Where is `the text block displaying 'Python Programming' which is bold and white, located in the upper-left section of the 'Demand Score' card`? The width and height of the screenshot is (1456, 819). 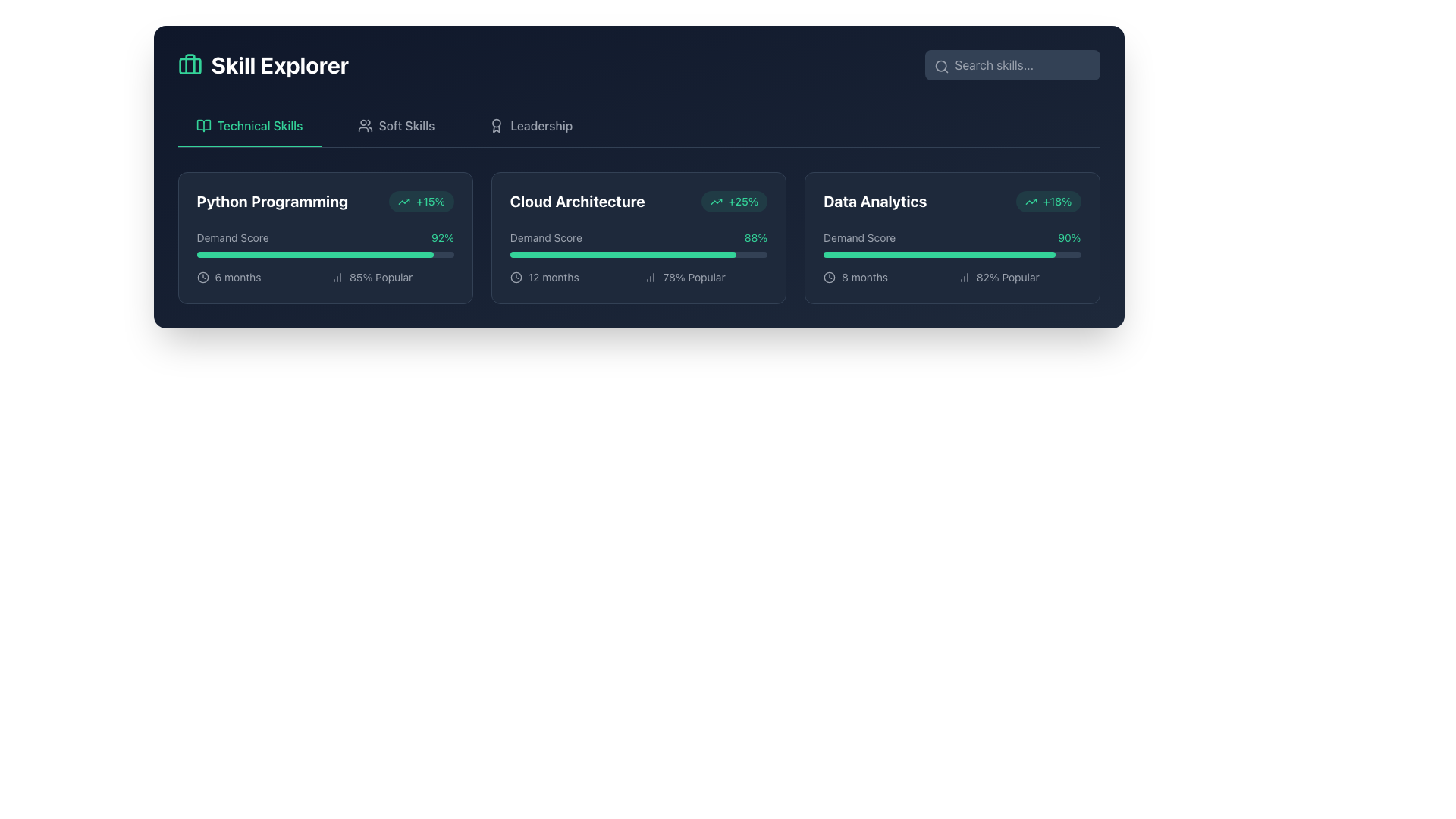 the text block displaying 'Python Programming' which is bold and white, located in the upper-left section of the 'Demand Score' card is located at coordinates (272, 201).